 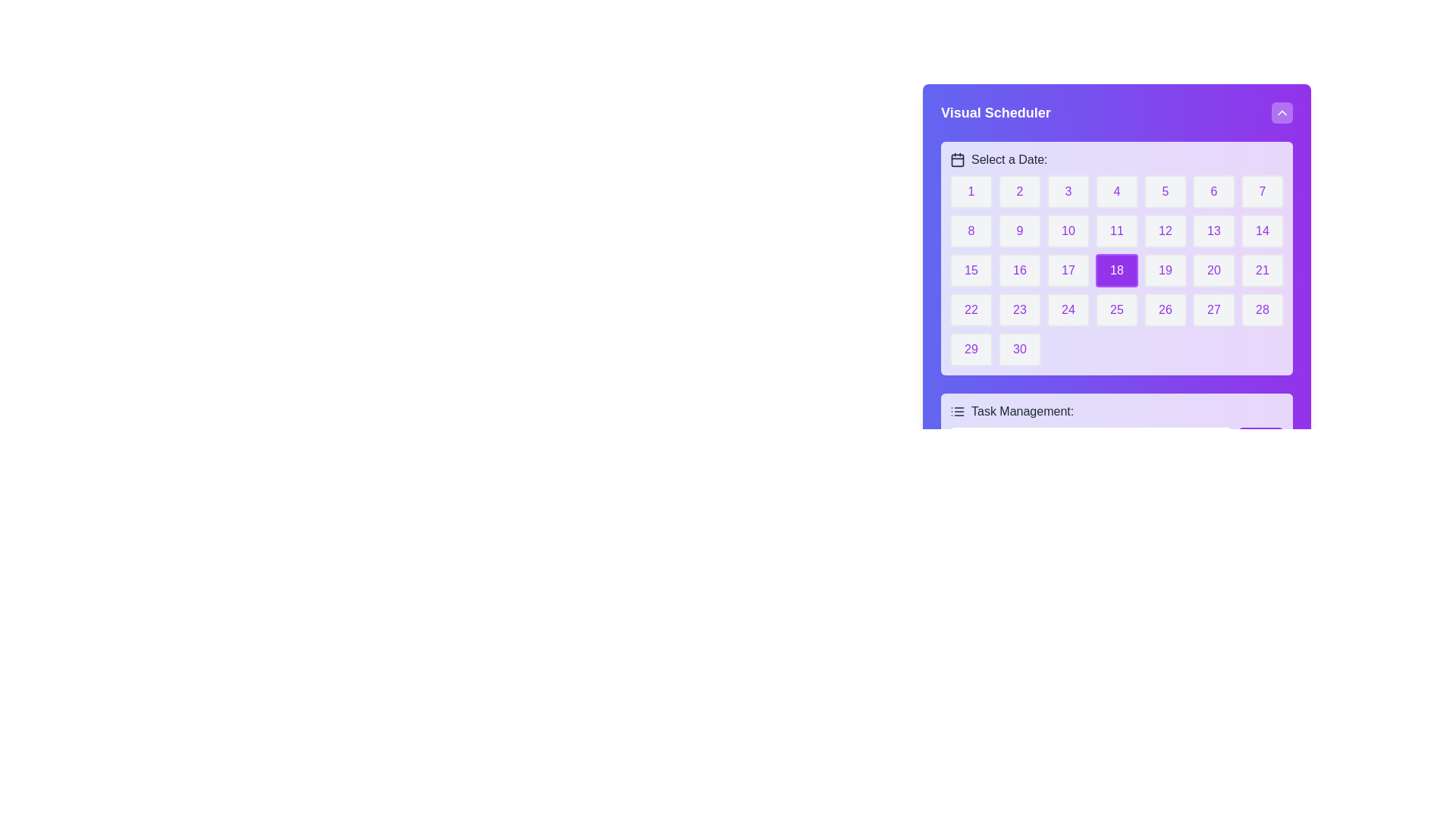 I want to click on the button labeled '1', which is a rectangular button with rounded corners, light gray background, and purple text, so click(x=971, y=191).